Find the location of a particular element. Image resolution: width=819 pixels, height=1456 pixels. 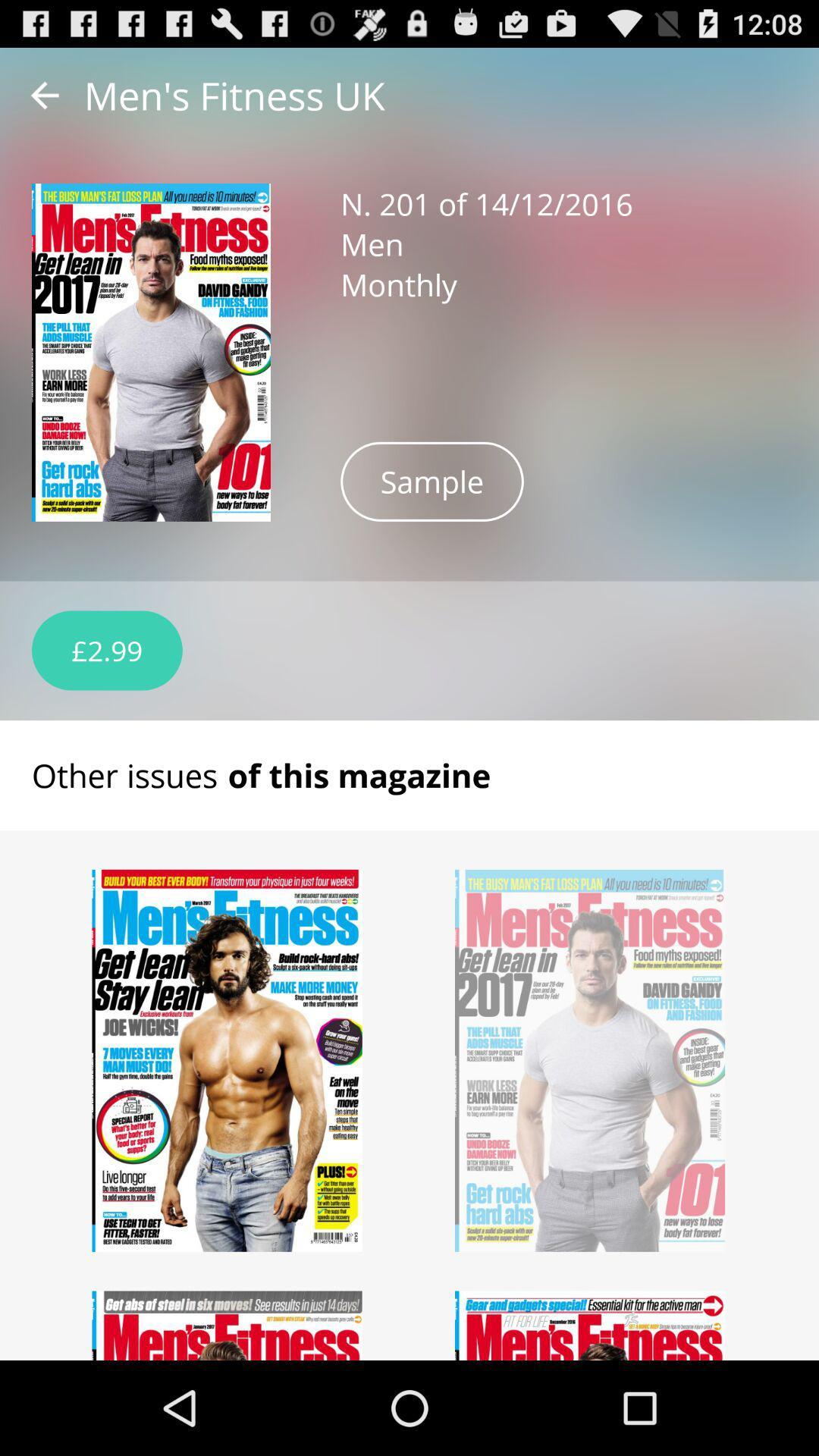

issue is located at coordinates (589, 1325).